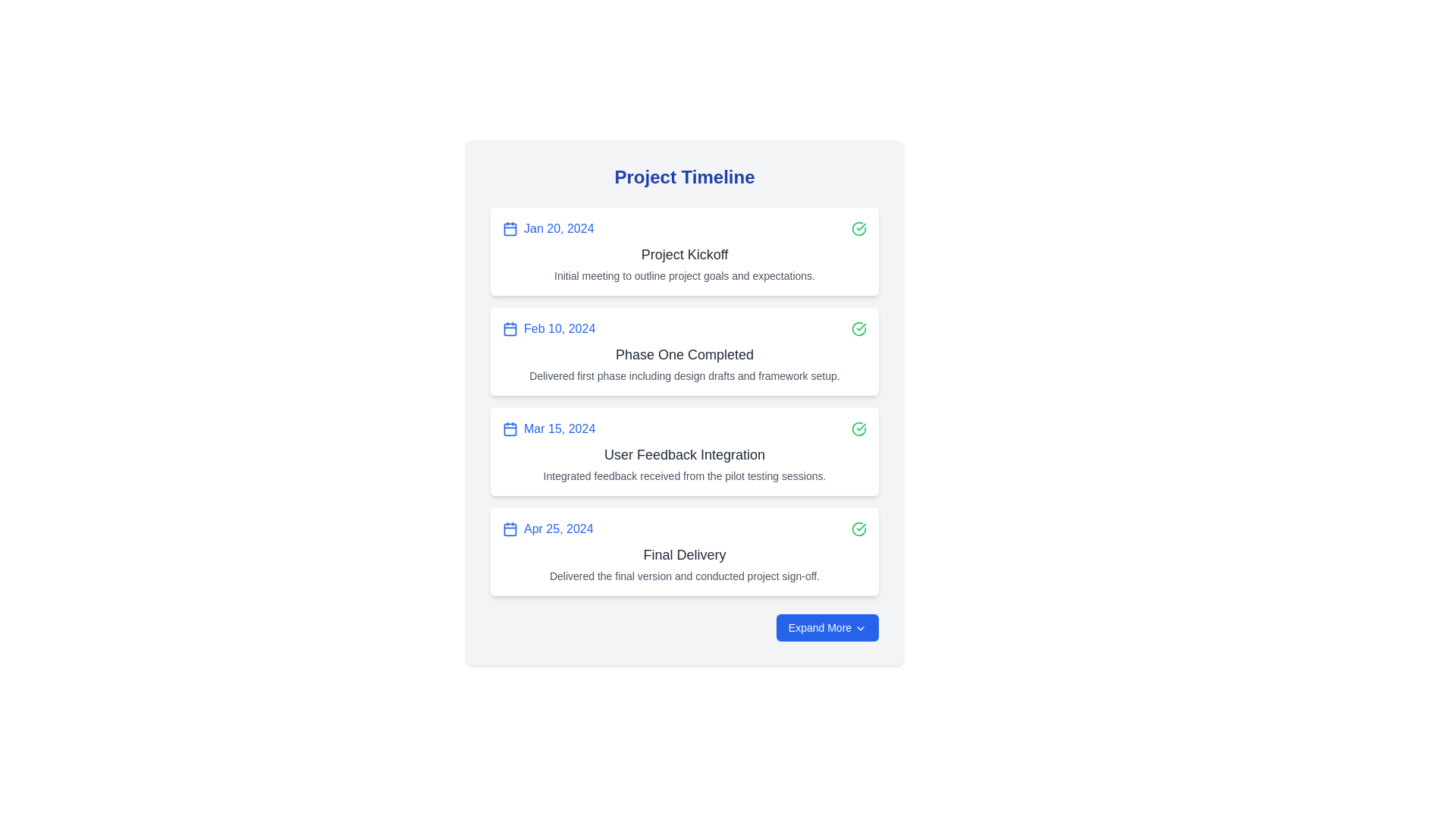 This screenshot has height=819, width=1456. Describe the element at coordinates (548, 429) in the screenshot. I see `text of the date label 'Mar 15, 2024', which is styled in blue and accompanied by a calendar icon to its left, located in the third row of the timeline interface` at that location.